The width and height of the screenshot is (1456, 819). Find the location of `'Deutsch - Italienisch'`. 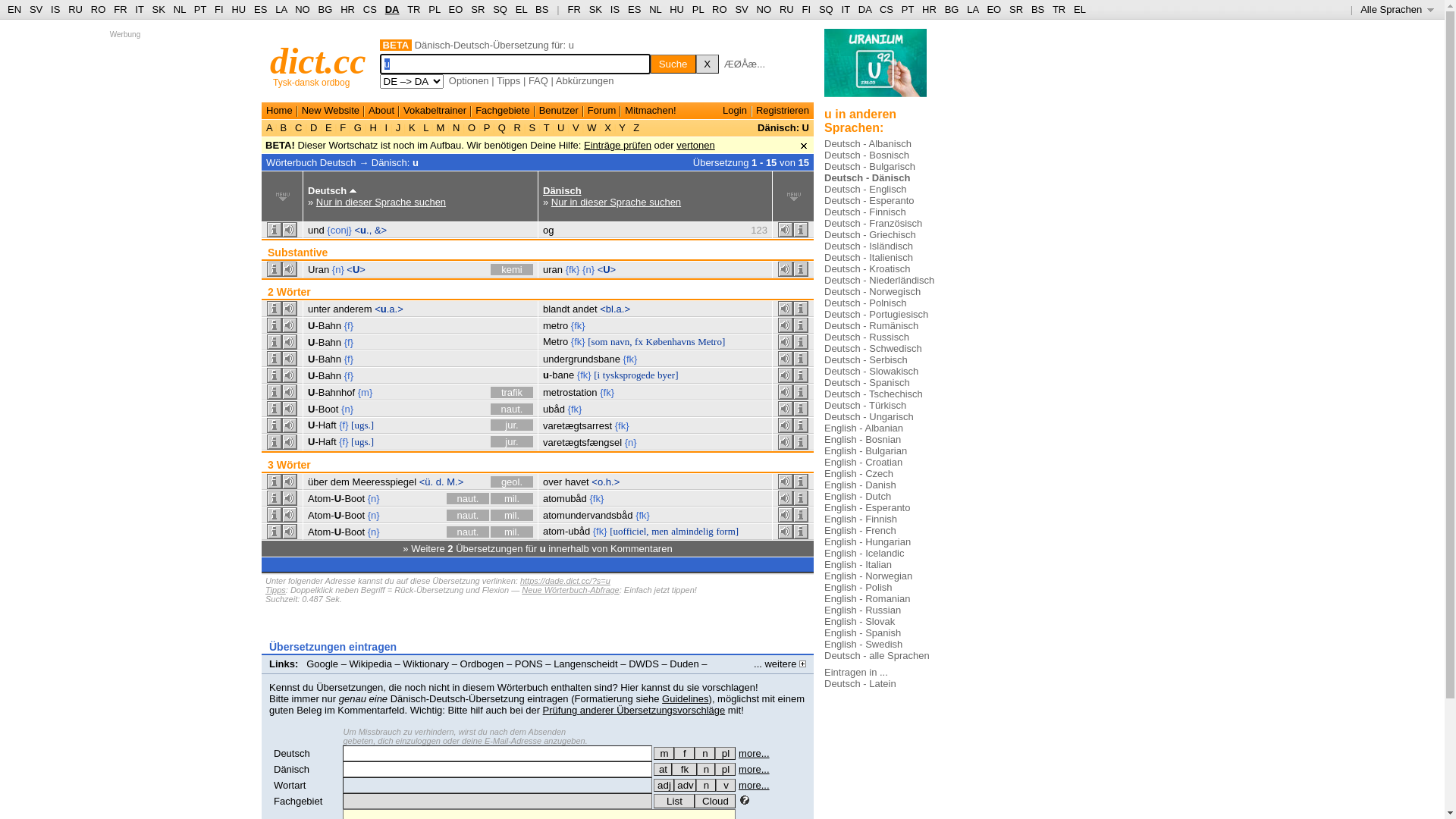

'Deutsch - Italienisch' is located at coordinates (868, 256).